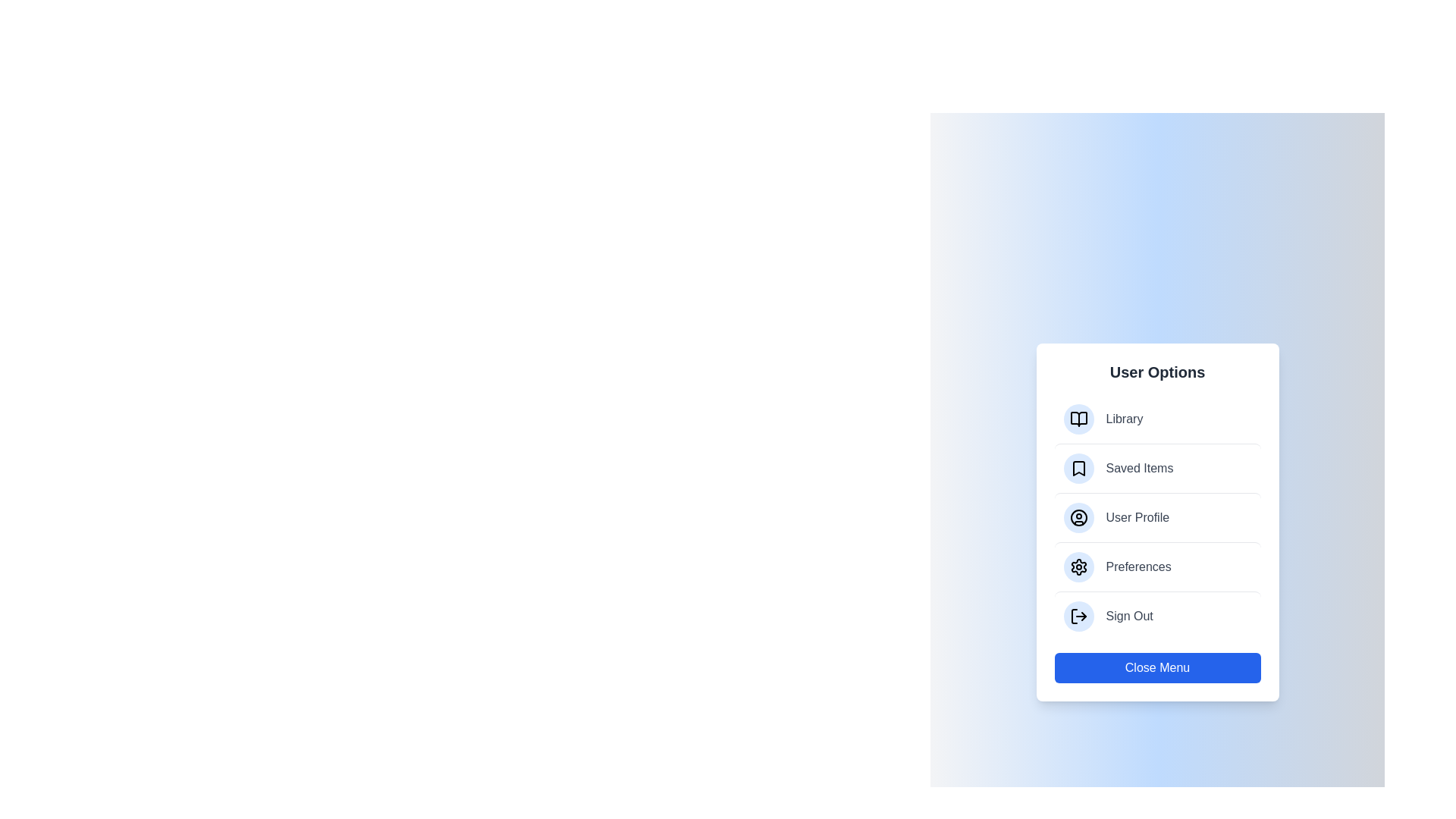 Image resolution: width=1456 pixels, height=819 pixels. Describe the element at coordinates (1156, 419) in the screenshot. I see `the menu item Library from the ModernUserMenu` at that location.